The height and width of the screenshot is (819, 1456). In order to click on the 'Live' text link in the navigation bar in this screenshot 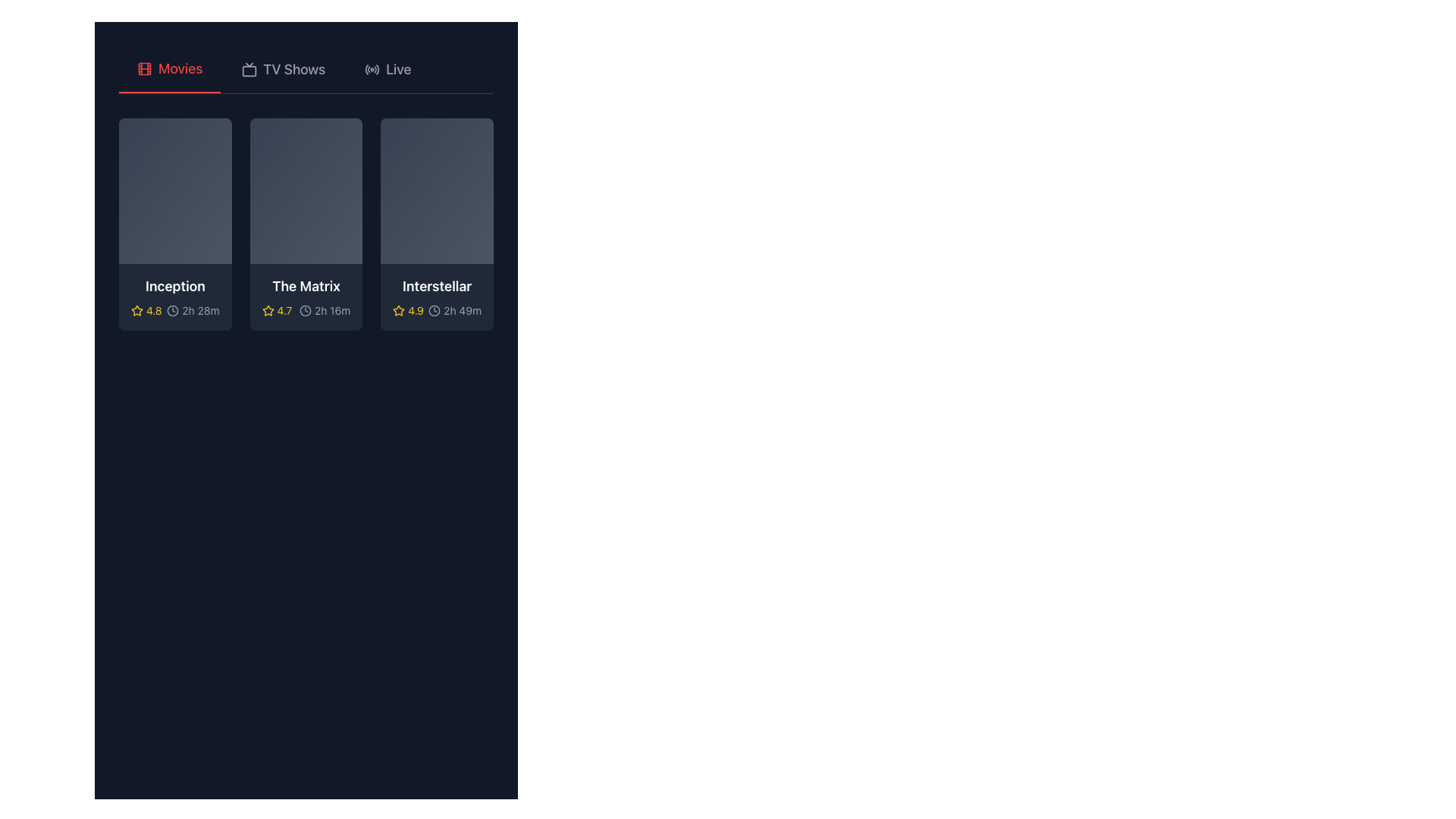, I will do `click(398, 70)`.